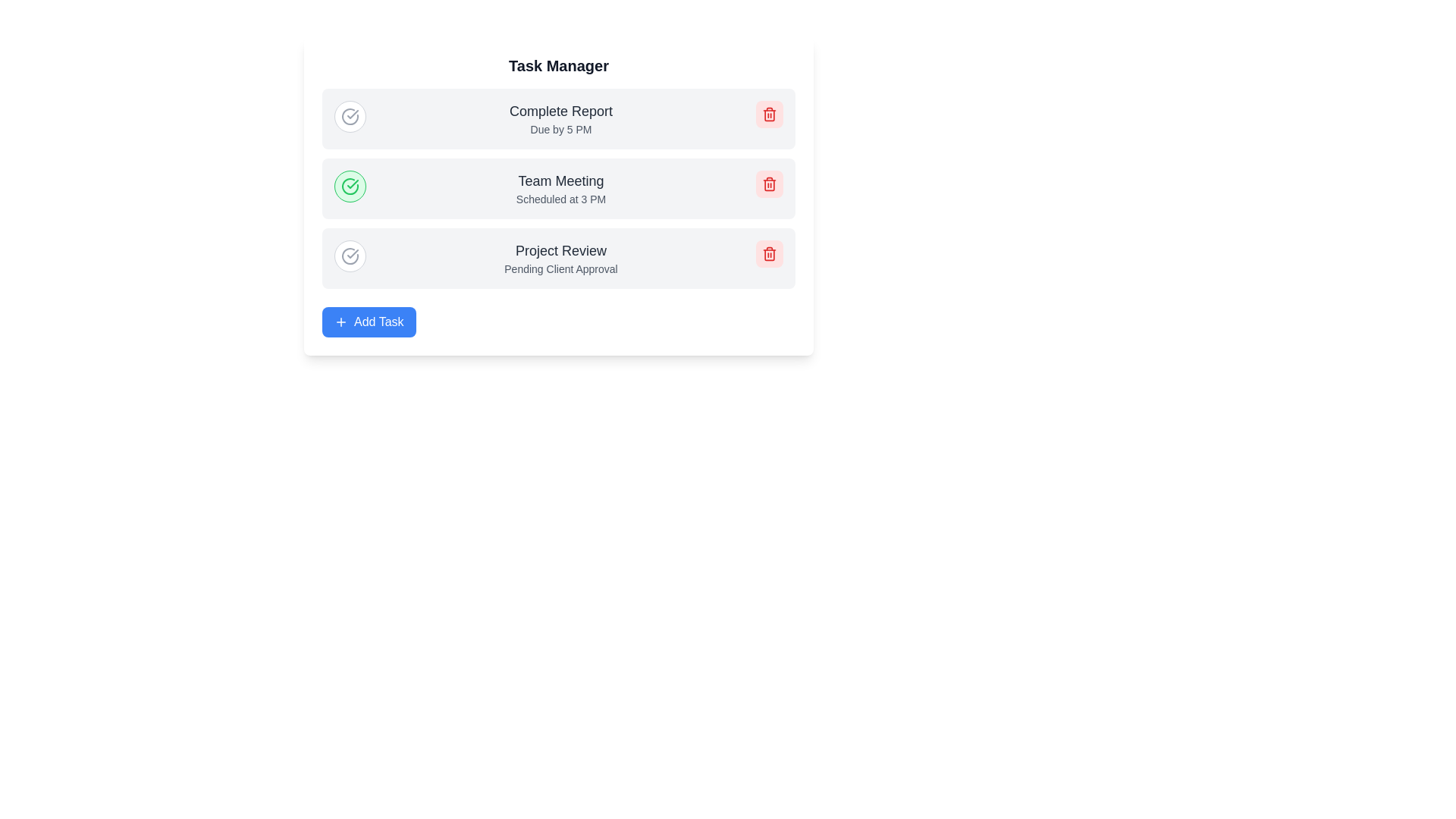  Describe the element at coordinates (560, 268) in the screenshot. I see `the status indicator text label that provides context for the 'Project Review' task in the 'Task Manager' section` at that location.